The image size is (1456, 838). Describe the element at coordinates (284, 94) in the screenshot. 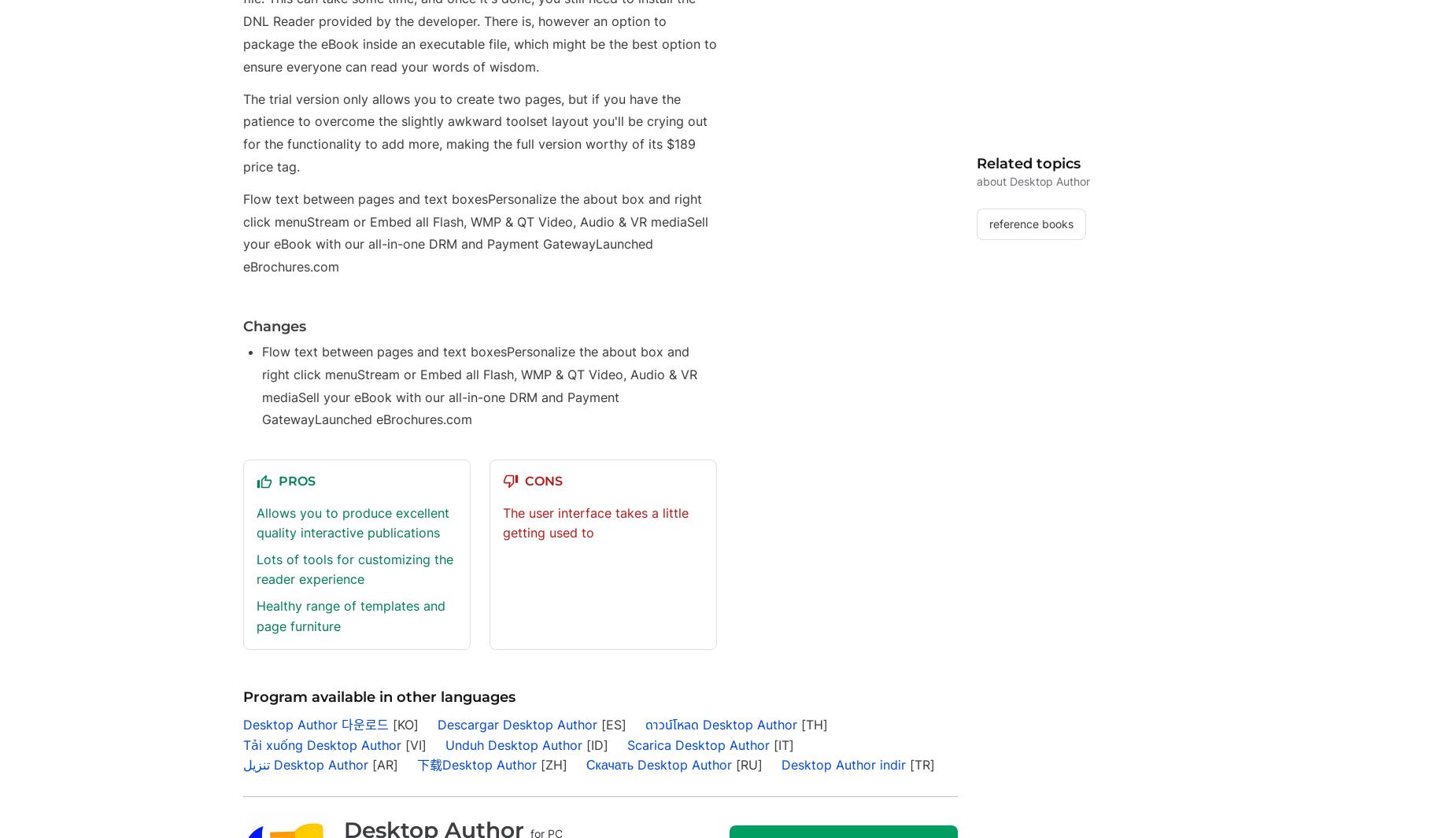

I see `'Softonic in:'` at that location.